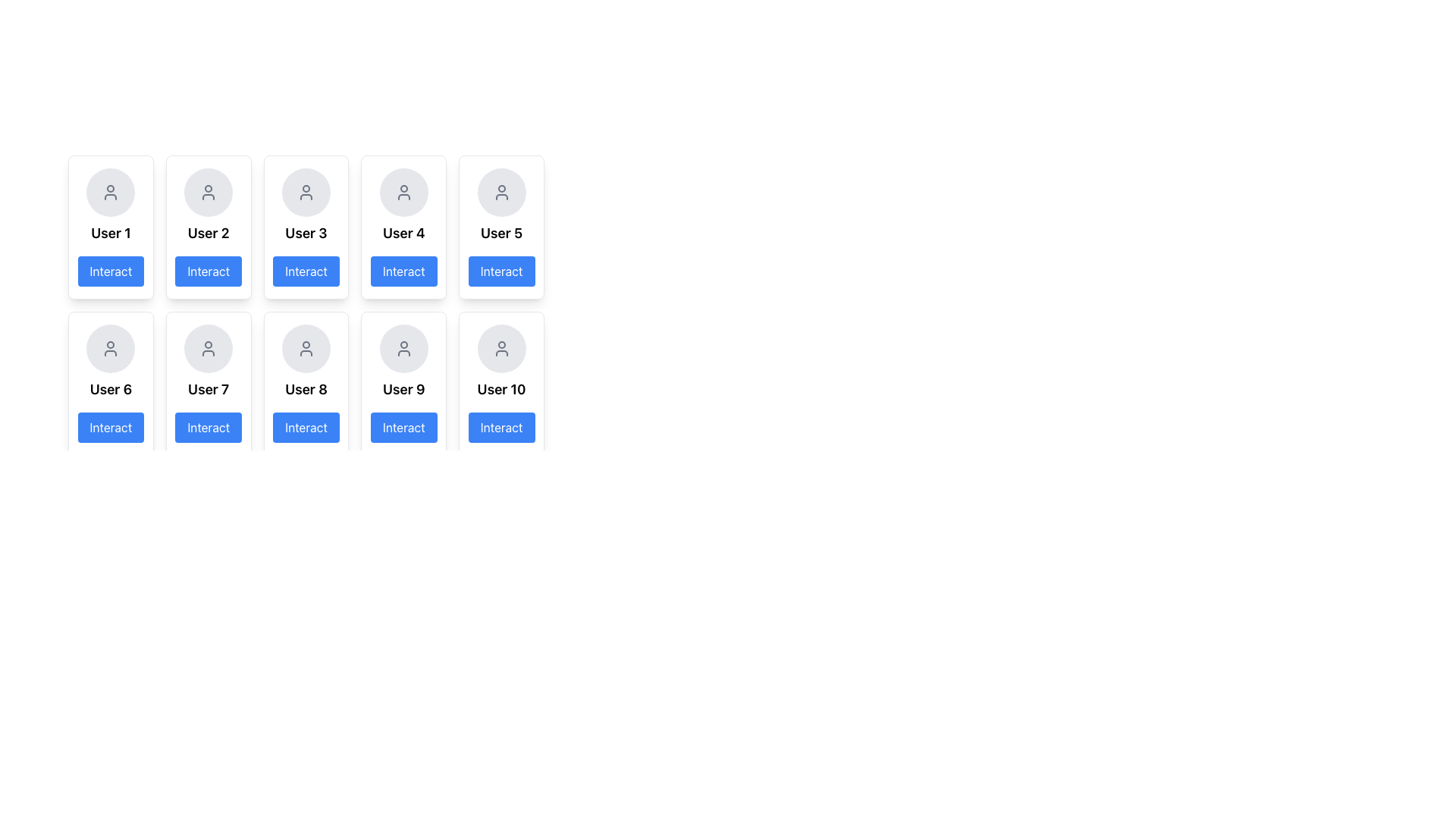 The image size is (1456, 819). Describe the element at coordinates (403, 427) in the screenshot. I see `the 'Interact' button with a blue background and white text located at the bottom of the card labeled 'User 9' to change its color` at that location.